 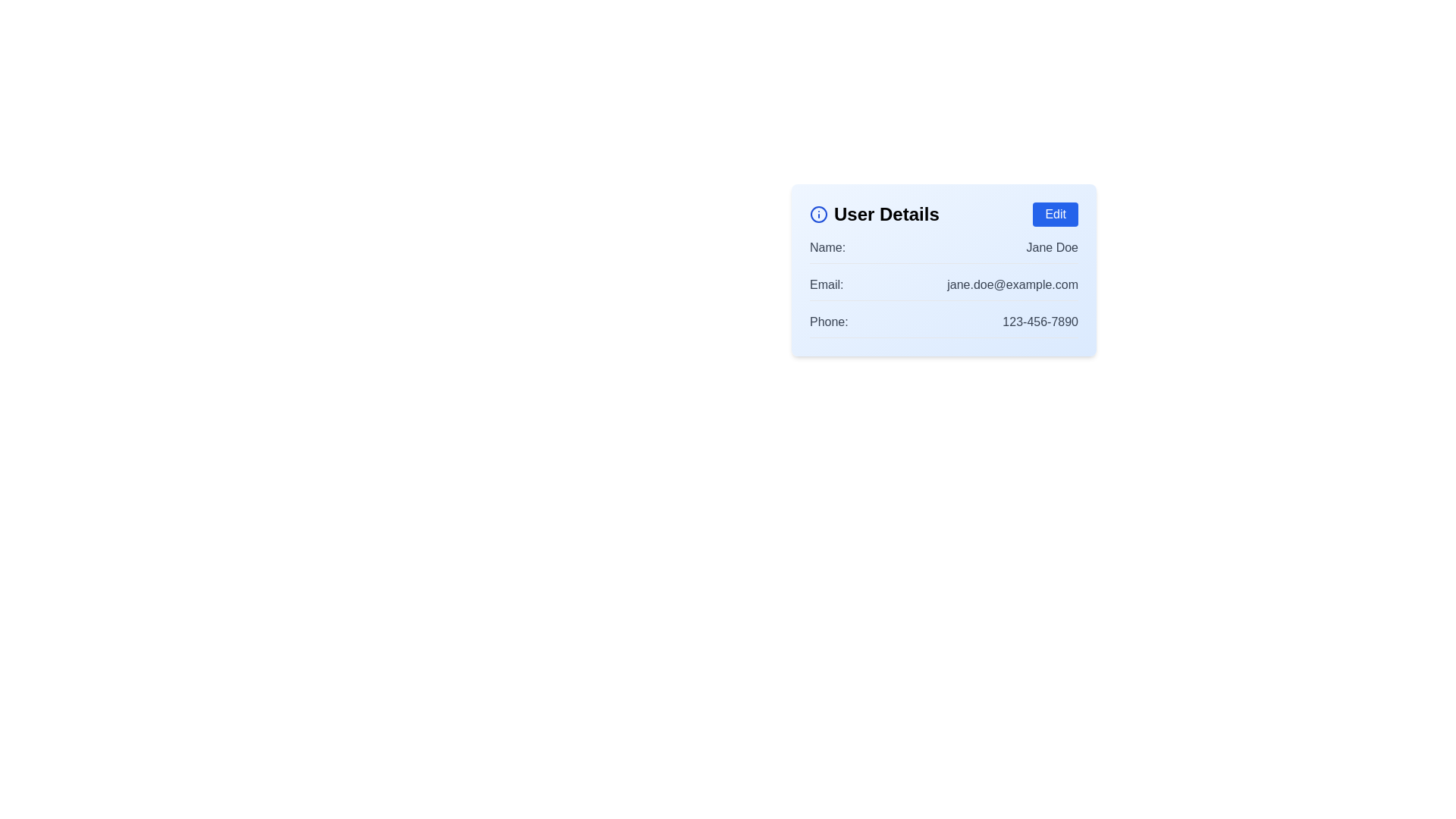 What do you see at coordinates (943, 288) in the screenshot?
I see `the Text display component that shows user details, including name, email, and phone number, which is located in the central section of the user detail card` at bounding box center [943, 288].